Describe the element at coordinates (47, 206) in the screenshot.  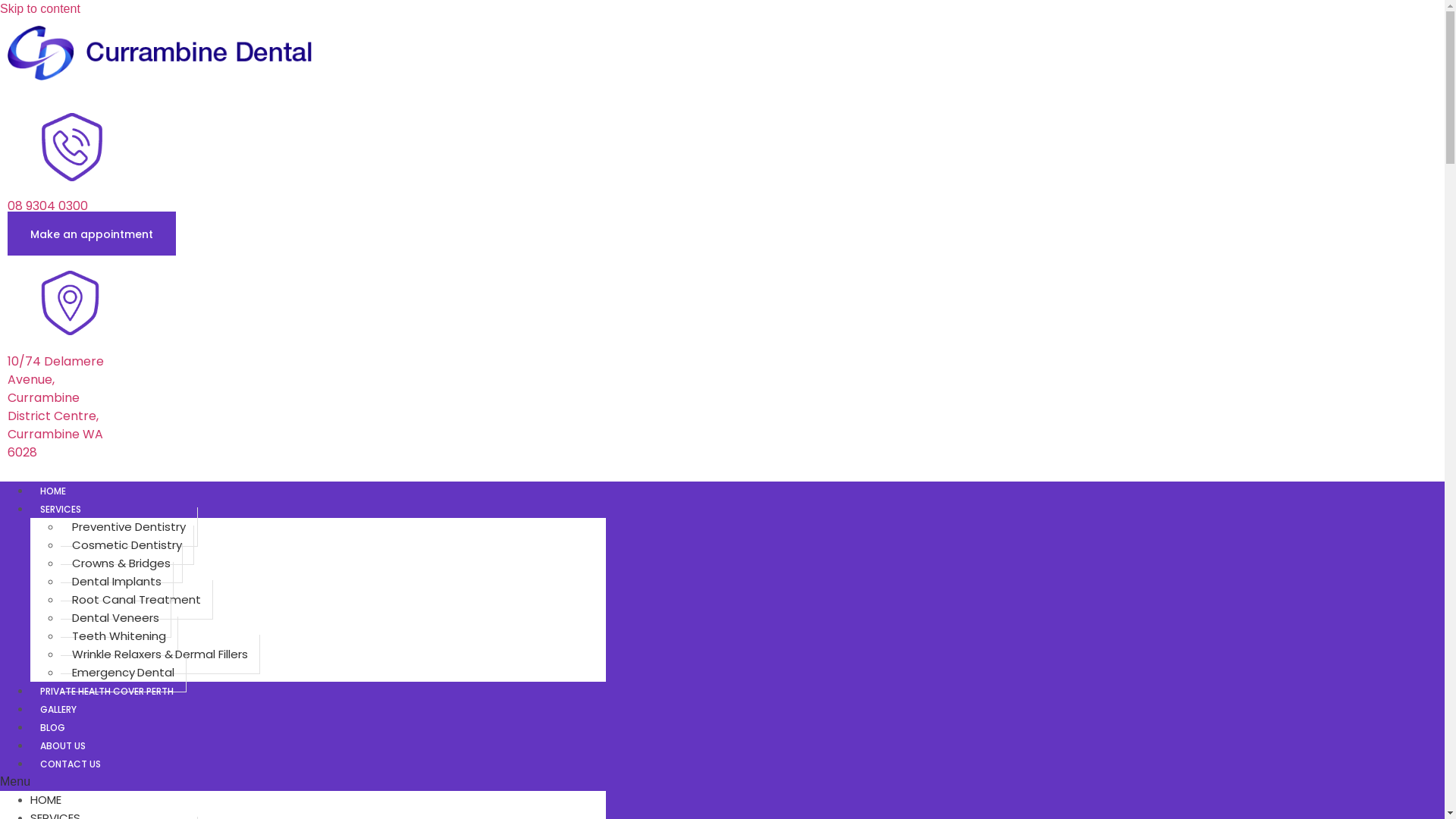
I see `'08 9304 0300'` at that location.